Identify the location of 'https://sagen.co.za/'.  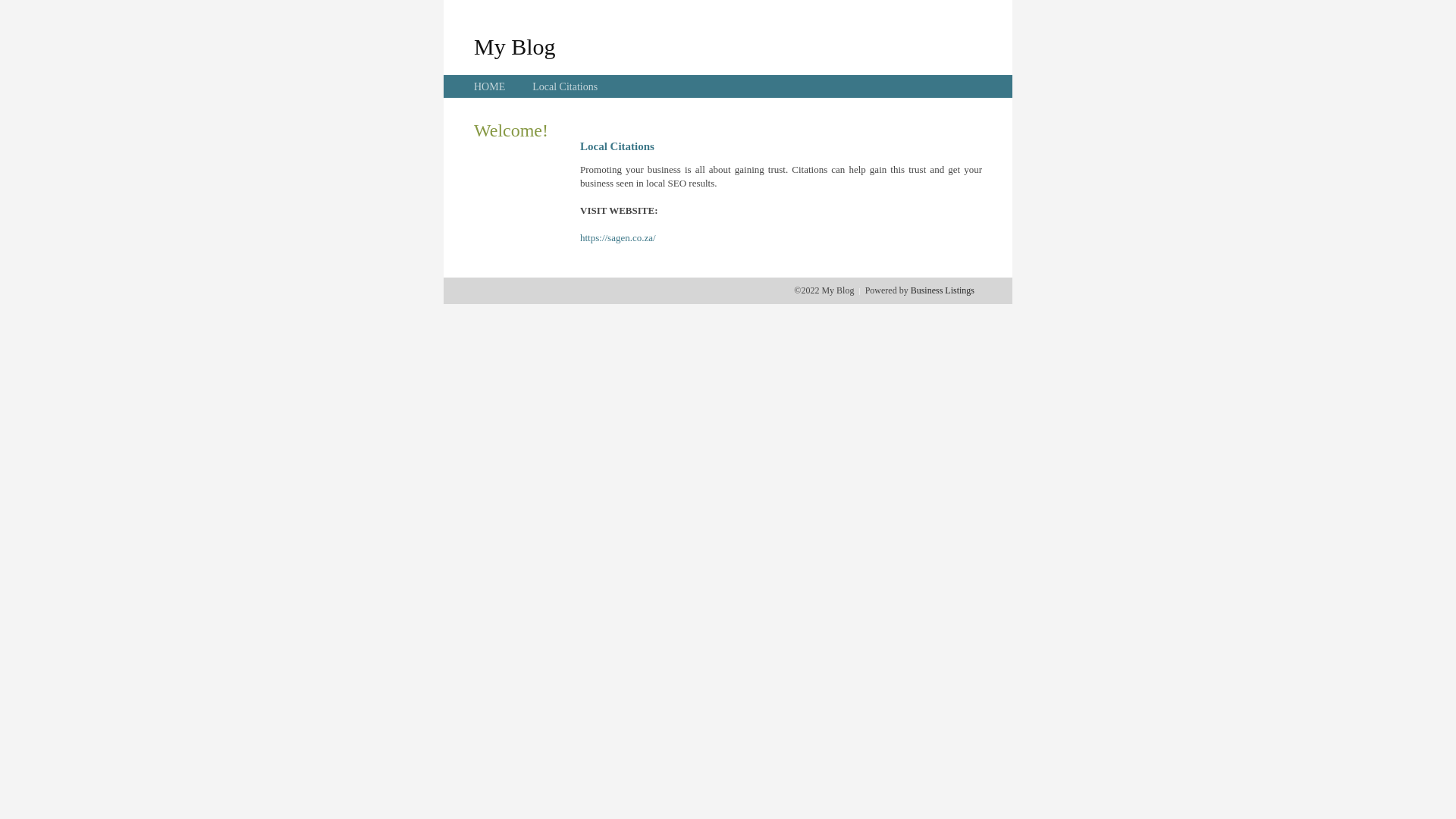
(579, 237).